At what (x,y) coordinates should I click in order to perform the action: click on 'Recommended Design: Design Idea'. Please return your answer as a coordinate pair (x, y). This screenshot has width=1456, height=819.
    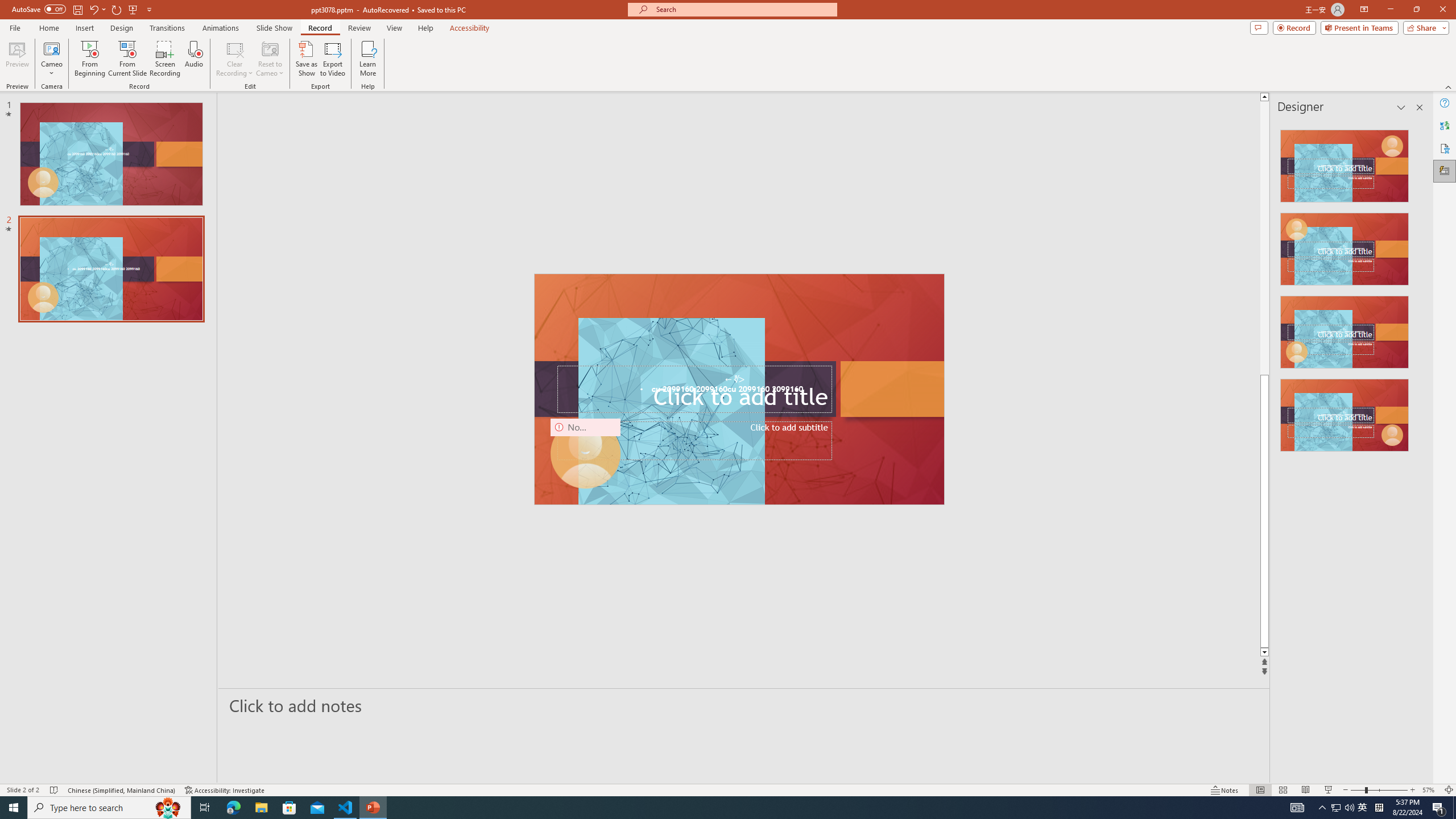
    Looking at the image, I should click on (1345, 162).